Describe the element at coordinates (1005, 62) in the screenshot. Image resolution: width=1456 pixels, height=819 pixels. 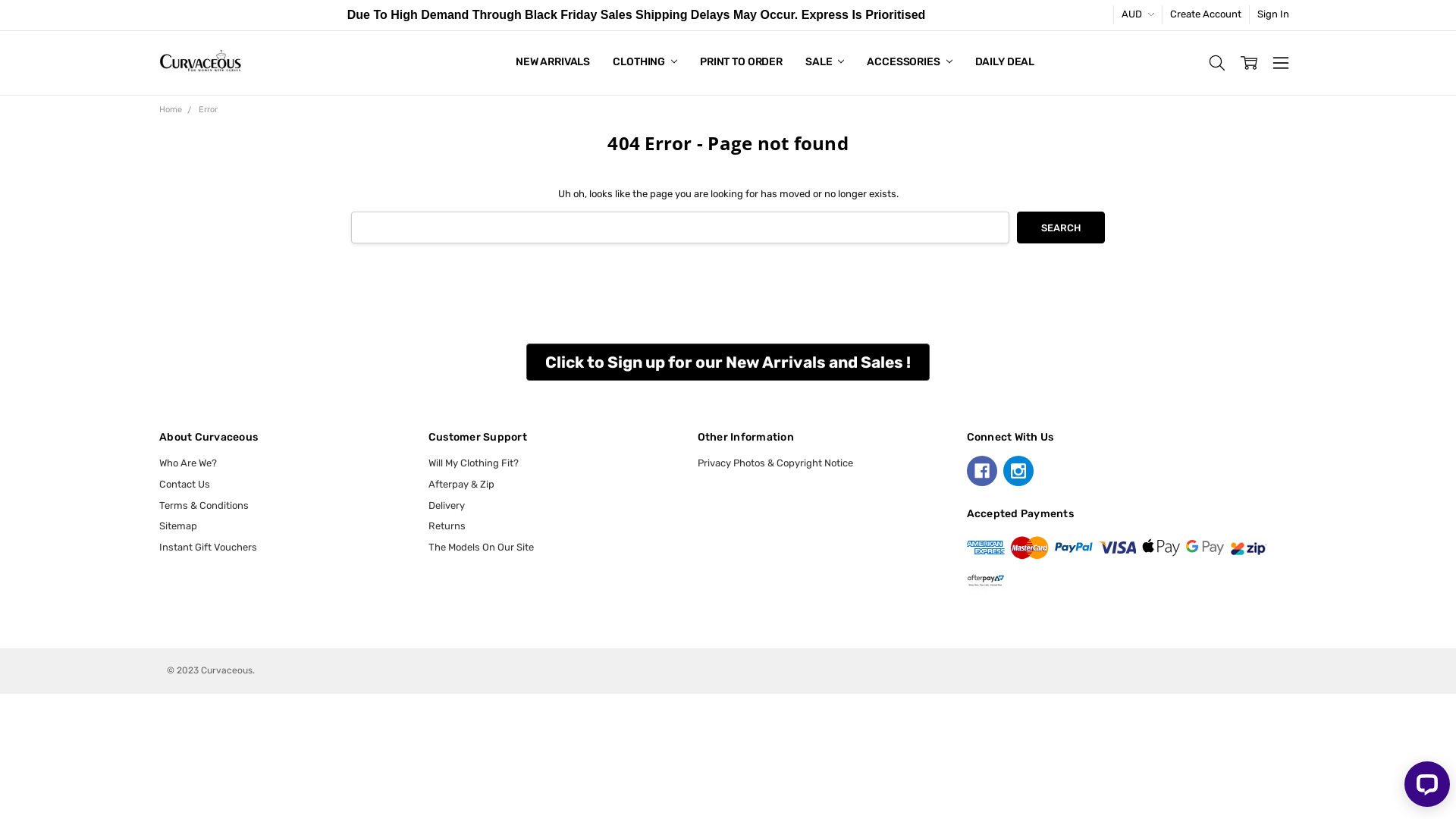
I see `'DAILY DEAL'` at that location.